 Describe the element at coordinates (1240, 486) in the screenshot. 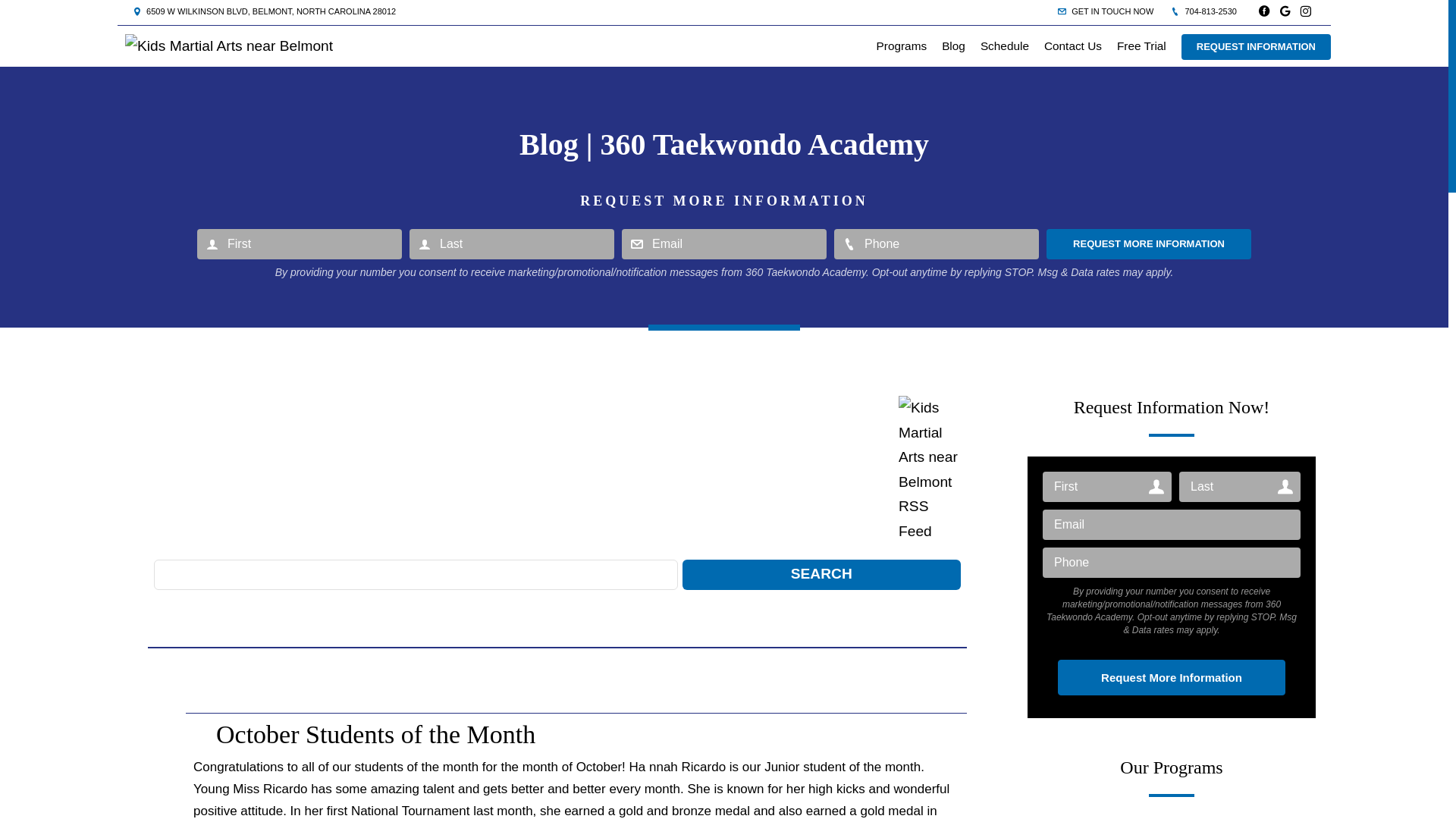

I see `'Last'` at that location.